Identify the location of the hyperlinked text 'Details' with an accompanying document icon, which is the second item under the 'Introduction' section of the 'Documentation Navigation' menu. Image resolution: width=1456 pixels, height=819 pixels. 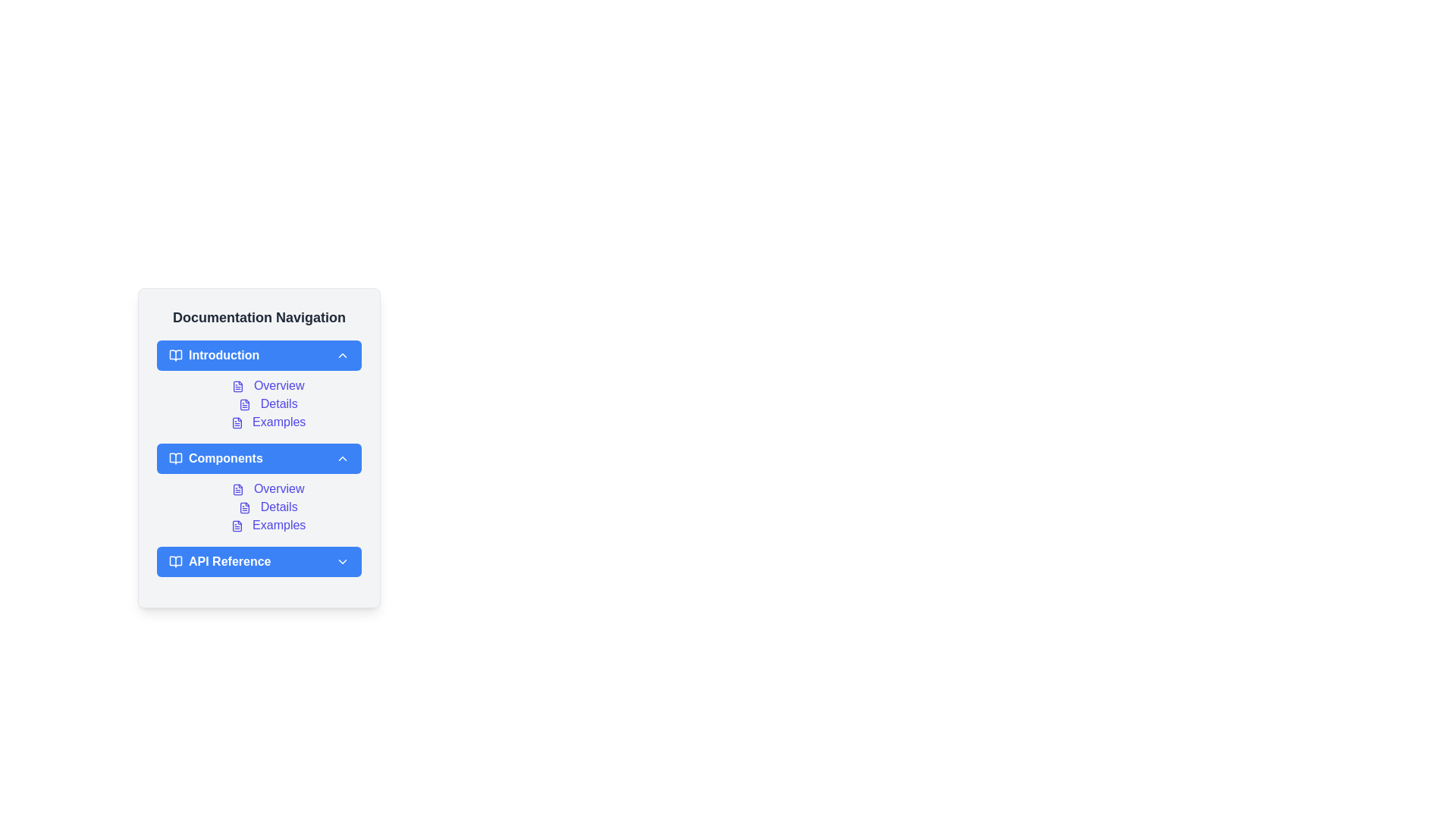
(259, 403).